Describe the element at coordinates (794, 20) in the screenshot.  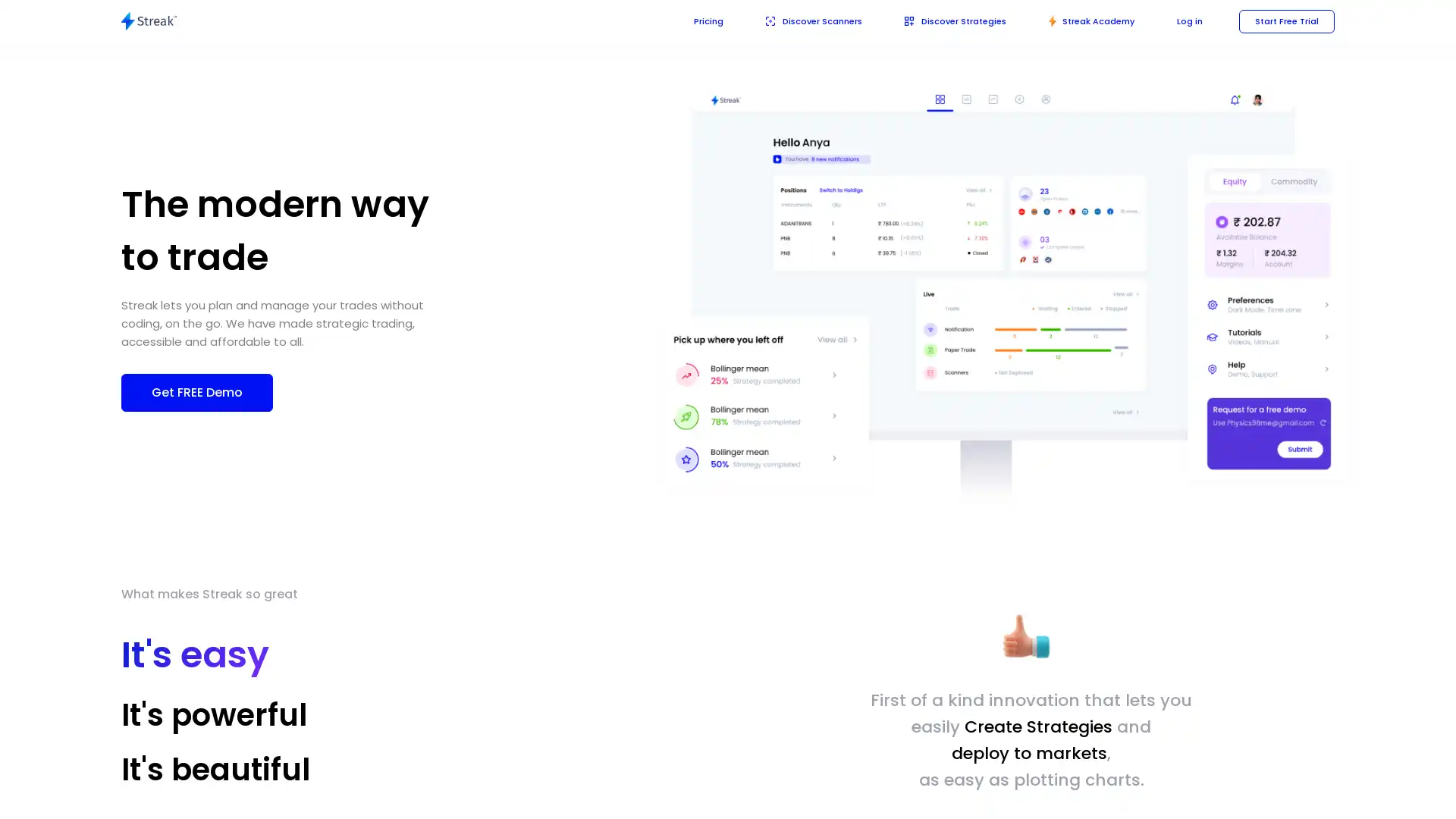
I see `Discover Scanners` at that location.